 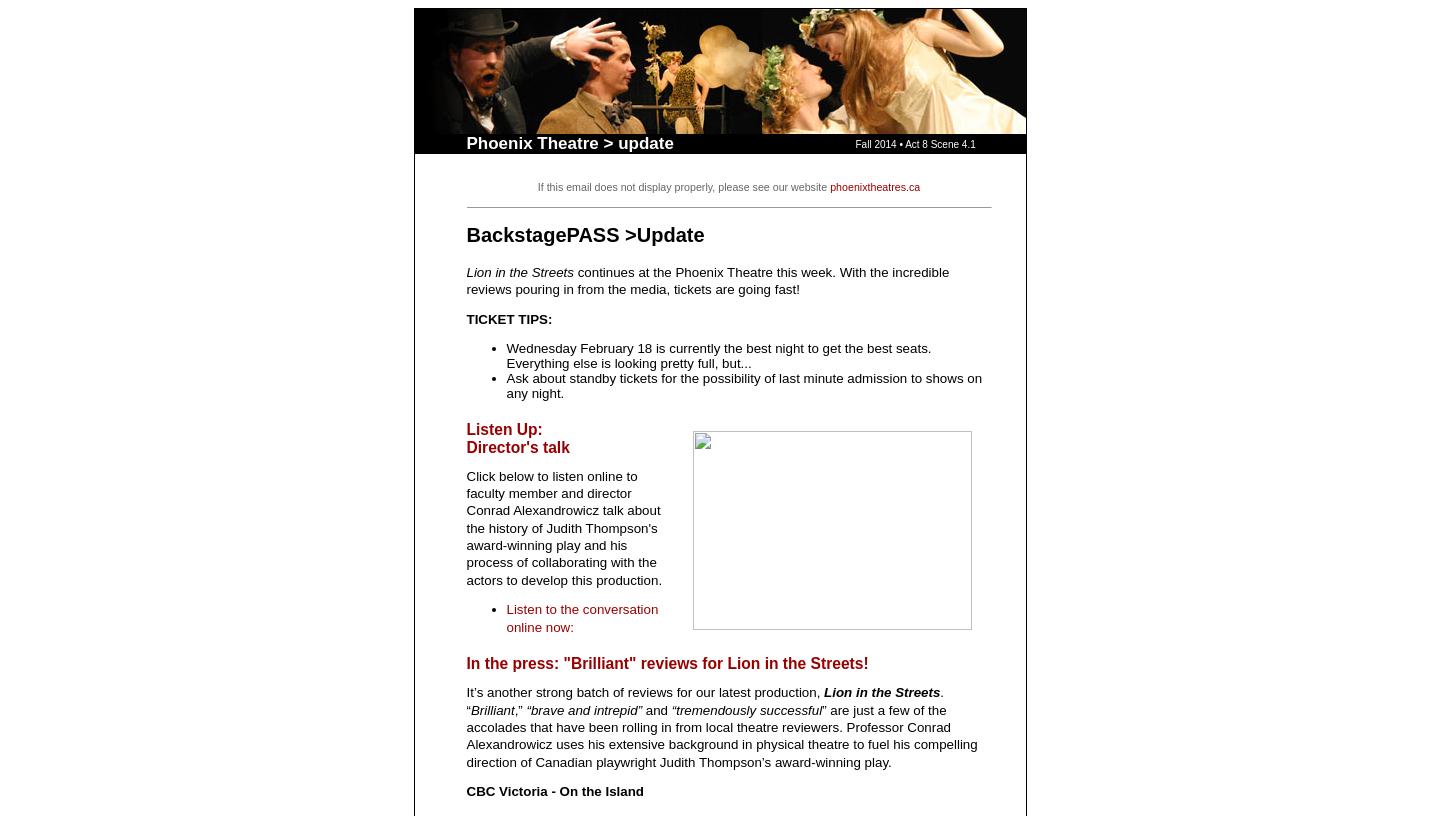 I want to click on 'Ask about standby tickets for the possibility of last minute admission to shows on any night.', so click(x=743, y=385).